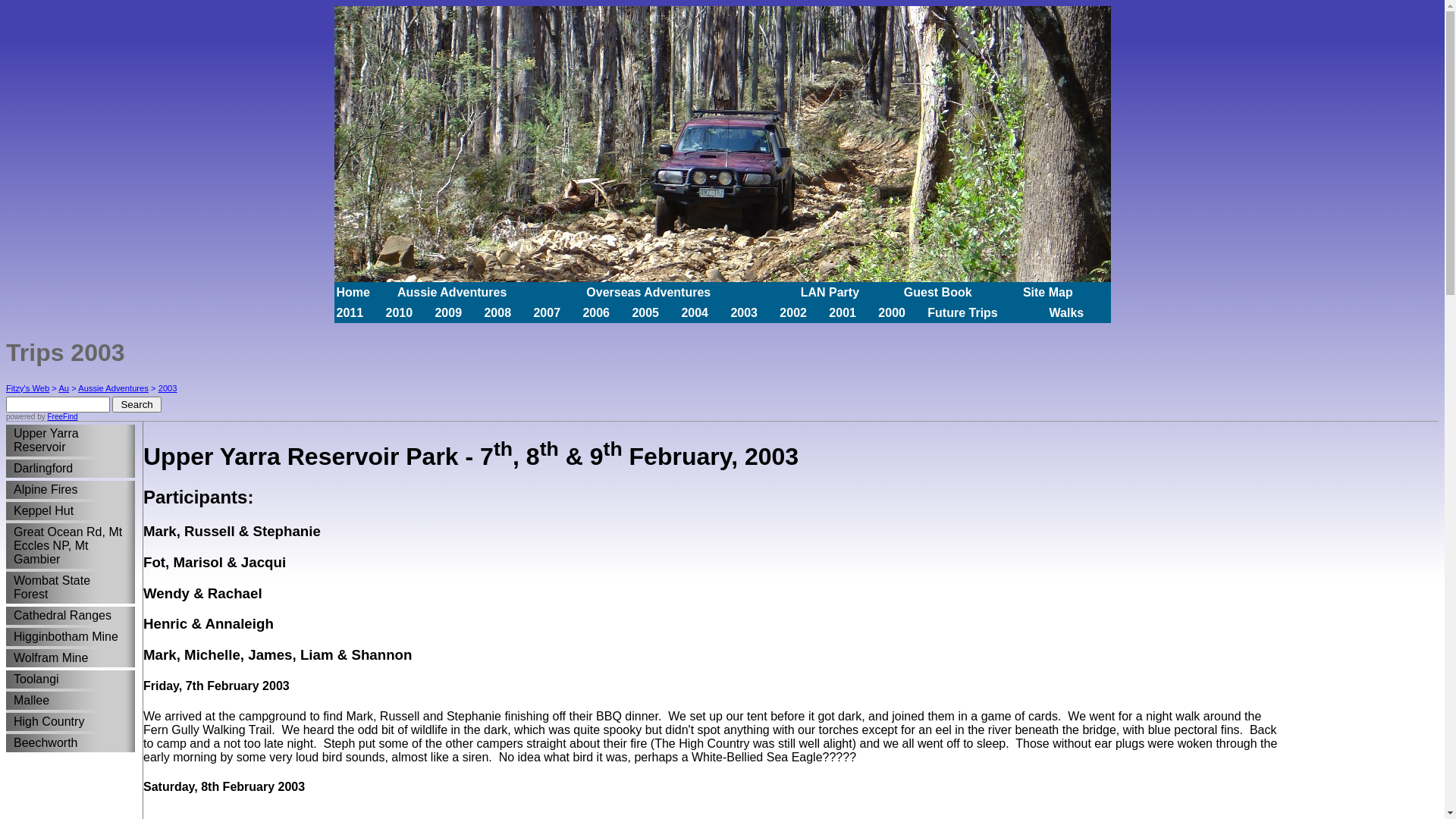 The width and height of the screenshot is (1456, 819). What do you see at coordinates (65, 701) in the screenshot?
I see `'Mallee'` at bounding box center [65, 701].